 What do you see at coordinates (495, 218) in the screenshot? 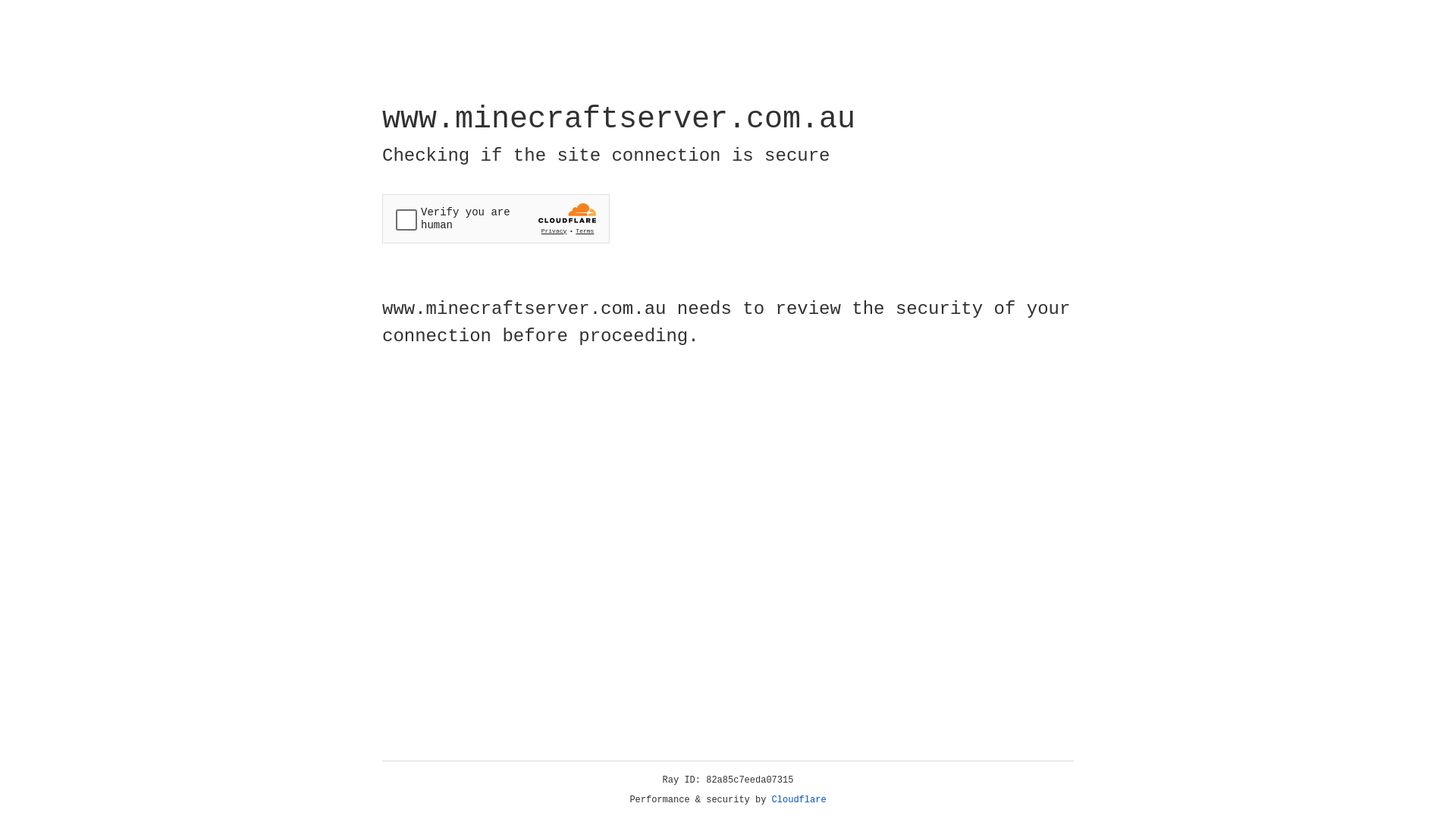
I see `'Widget containing a Cloudflare security challenge'` at bounding box center [495, 218].